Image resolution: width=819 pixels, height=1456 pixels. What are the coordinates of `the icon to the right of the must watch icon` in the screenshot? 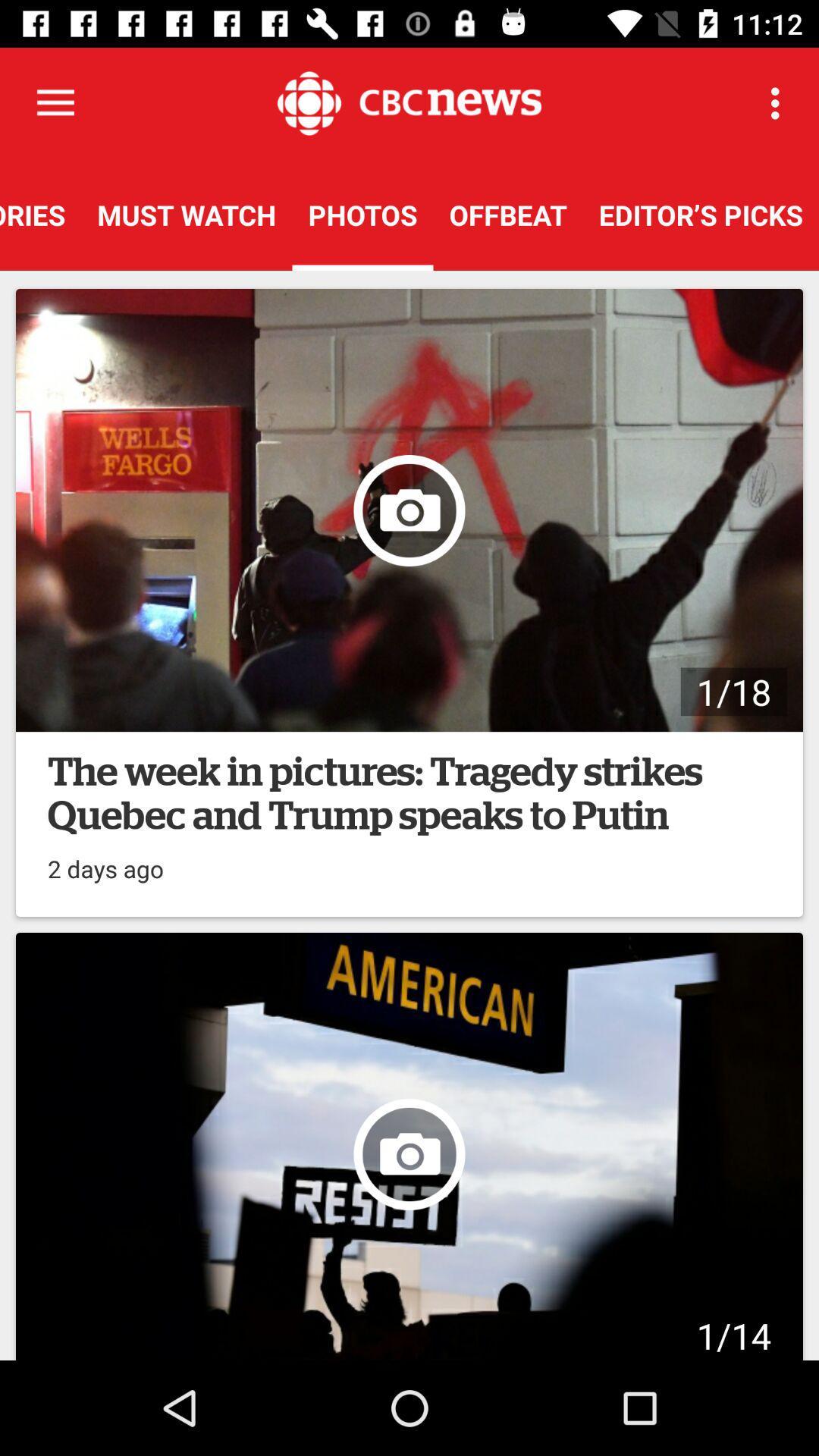 It's located at (362, 214).